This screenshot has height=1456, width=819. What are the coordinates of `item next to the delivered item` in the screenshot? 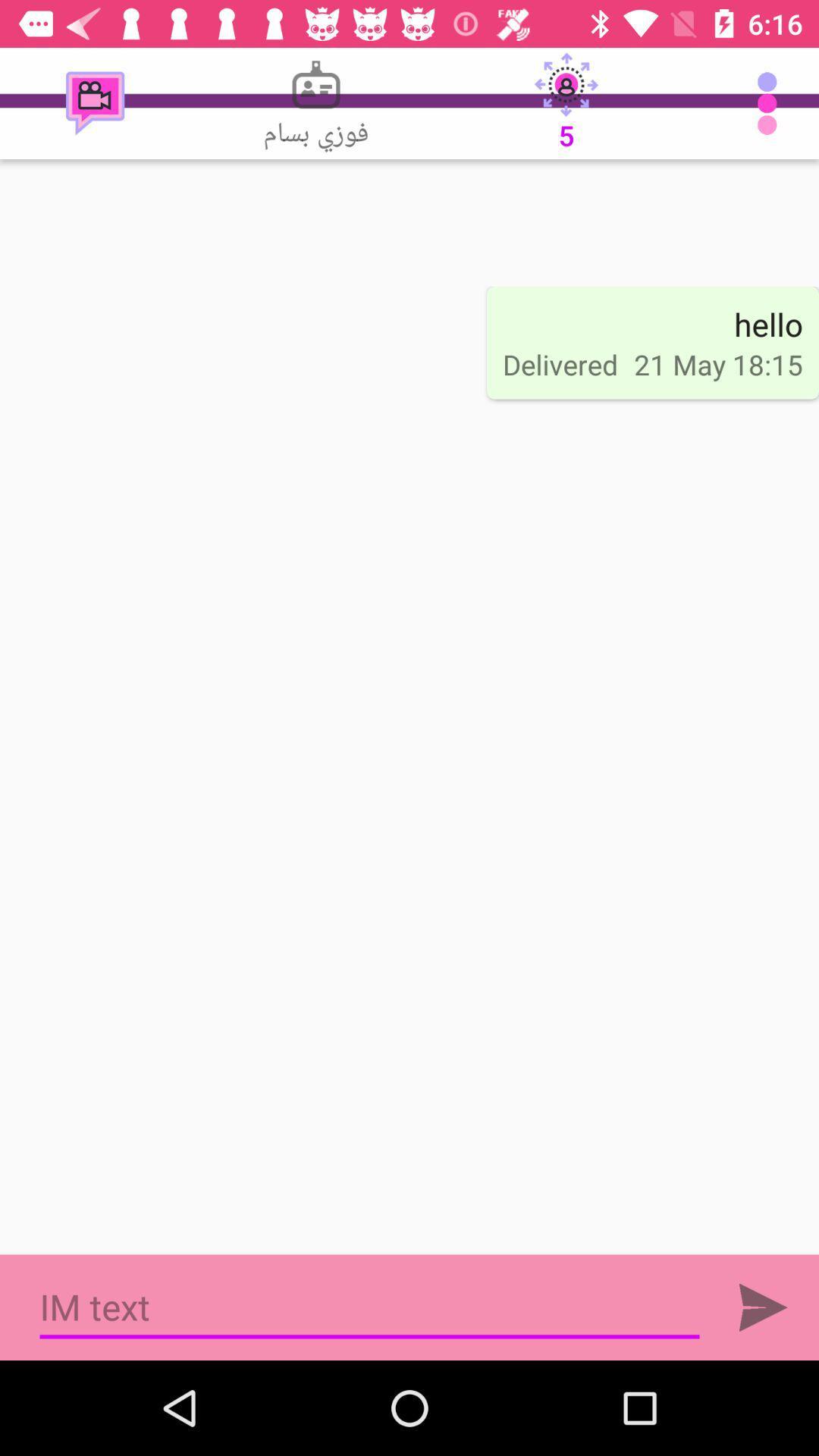 It's located at (717, 364).